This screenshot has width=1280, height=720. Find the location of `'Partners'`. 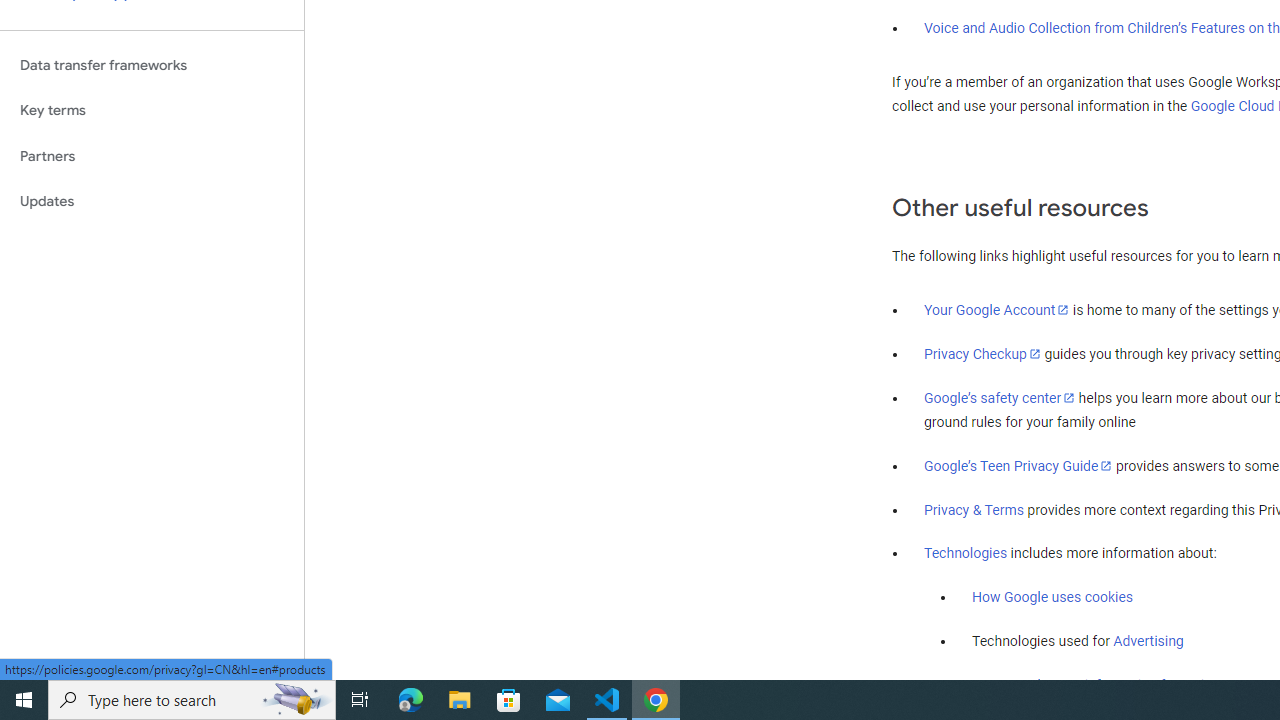

'Partners' is located at coordinates (151, 155).